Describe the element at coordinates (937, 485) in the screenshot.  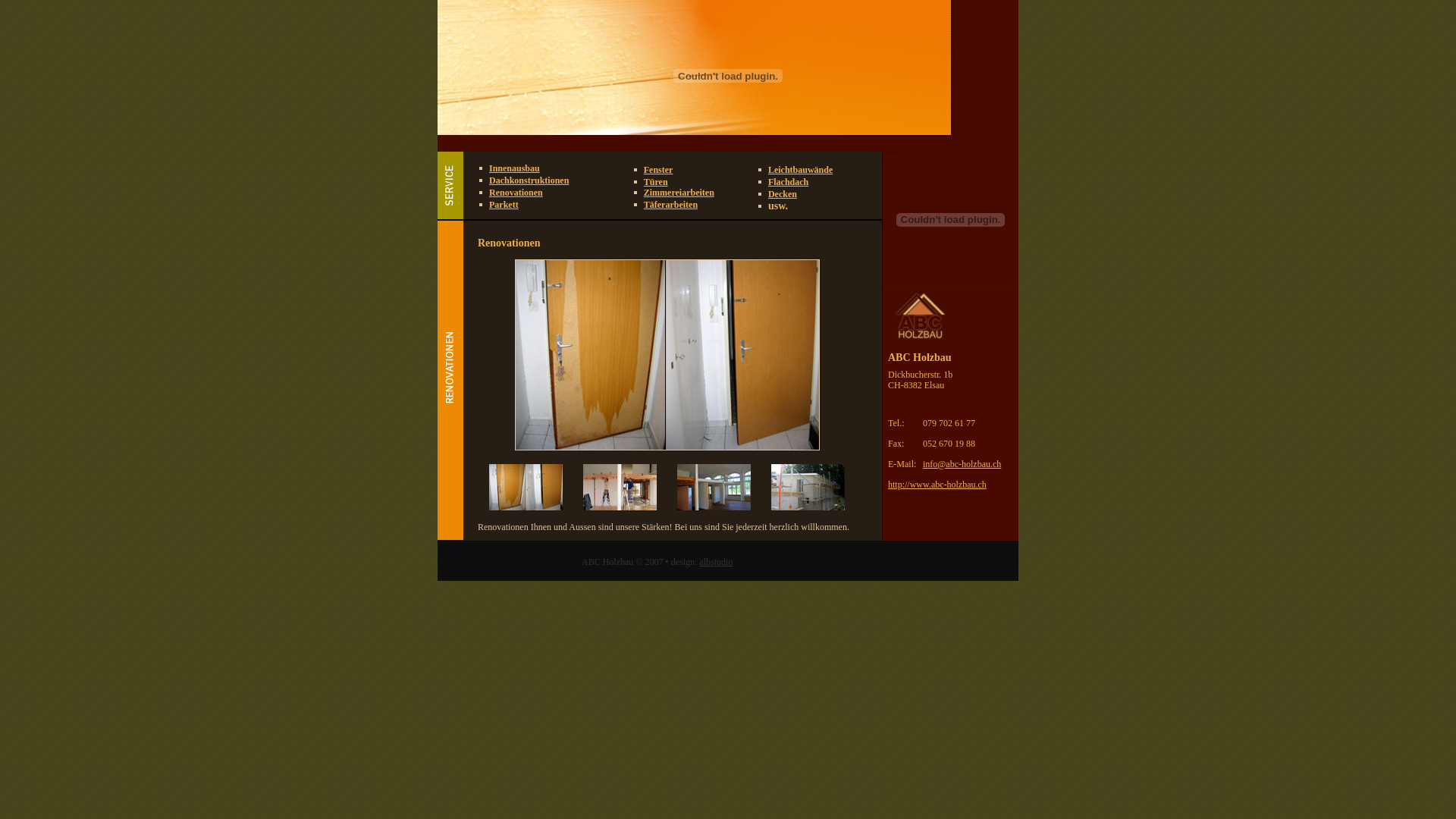
I see `'http://www.abc-holzbau.ch'` at that location.